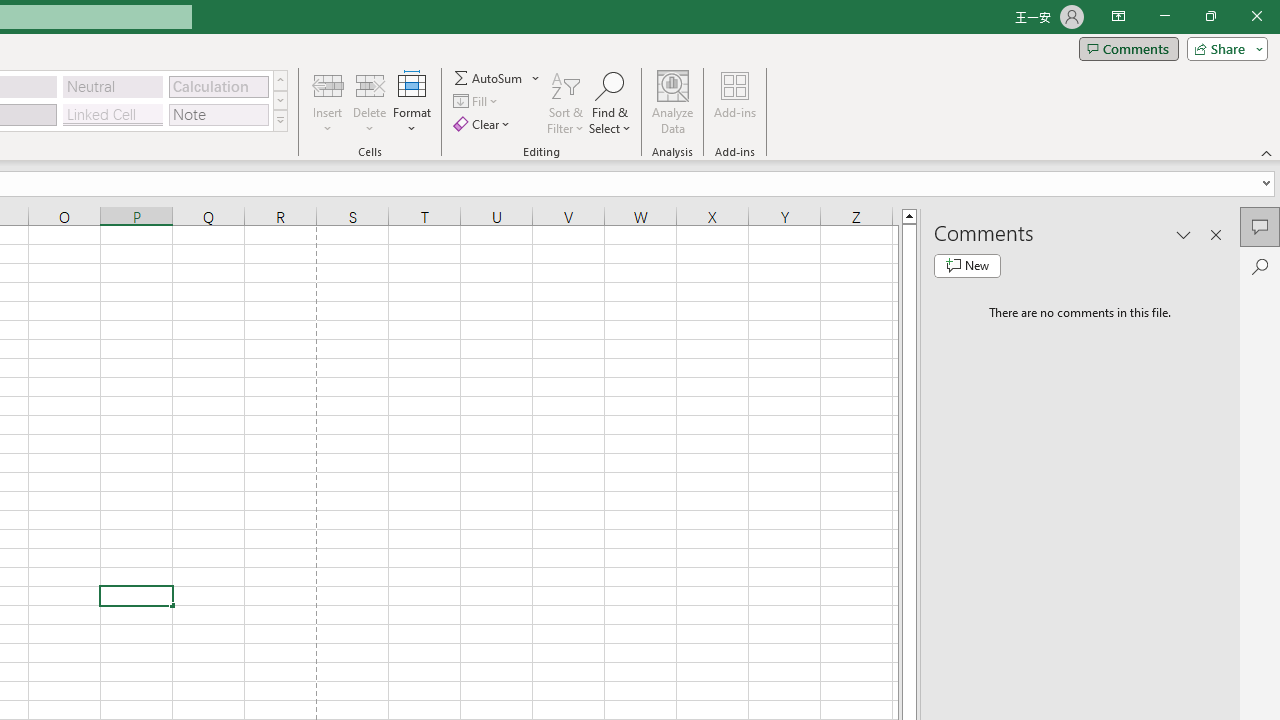 This screenshot has height=720, width=1280. Describe the element at coordinates (218, 114) in the screenshot. I see `'Note'` at that location.